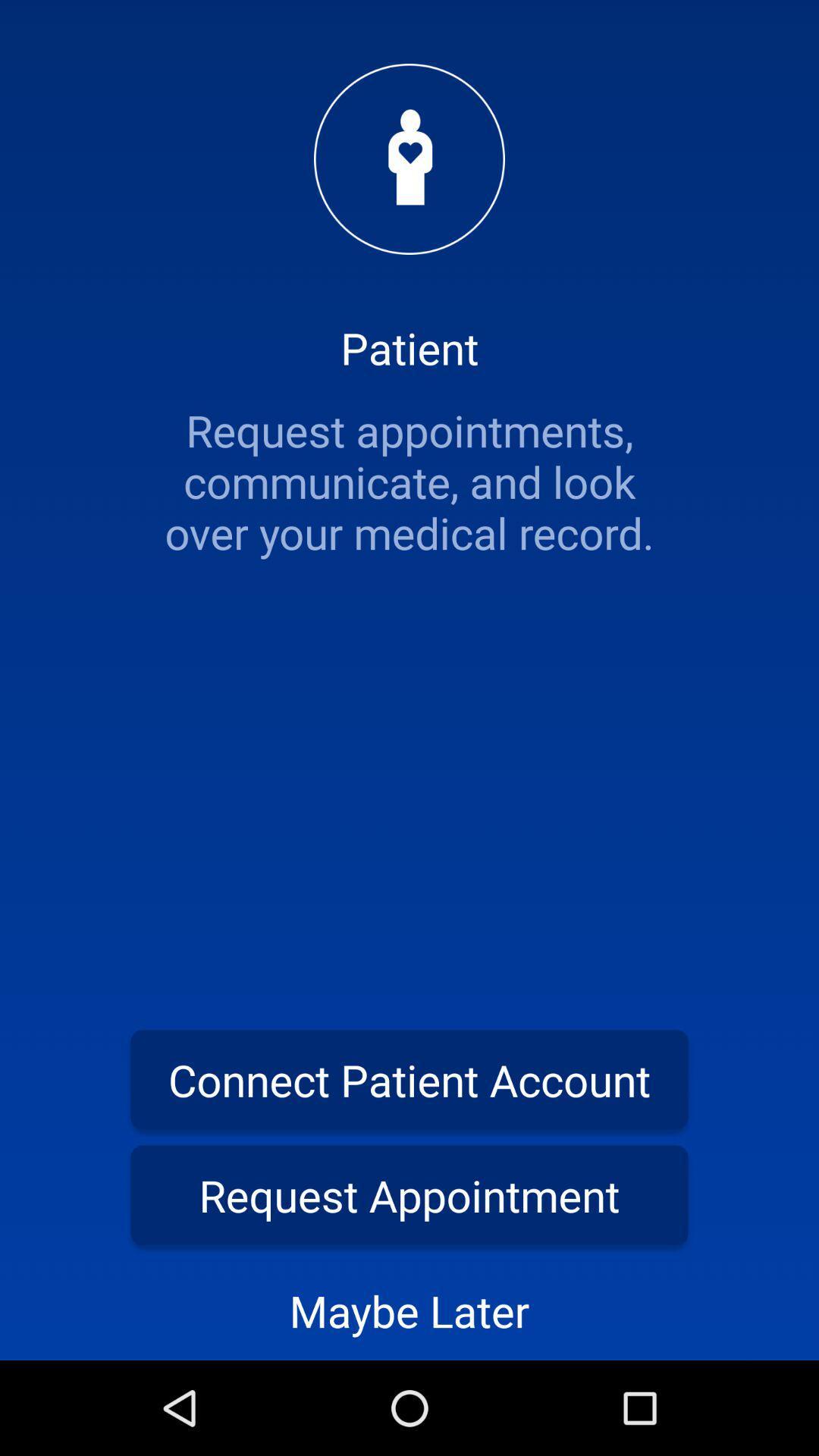 This screenshot has height=1456, width=819. I want to click on the request appointment, so click(409, 1194).